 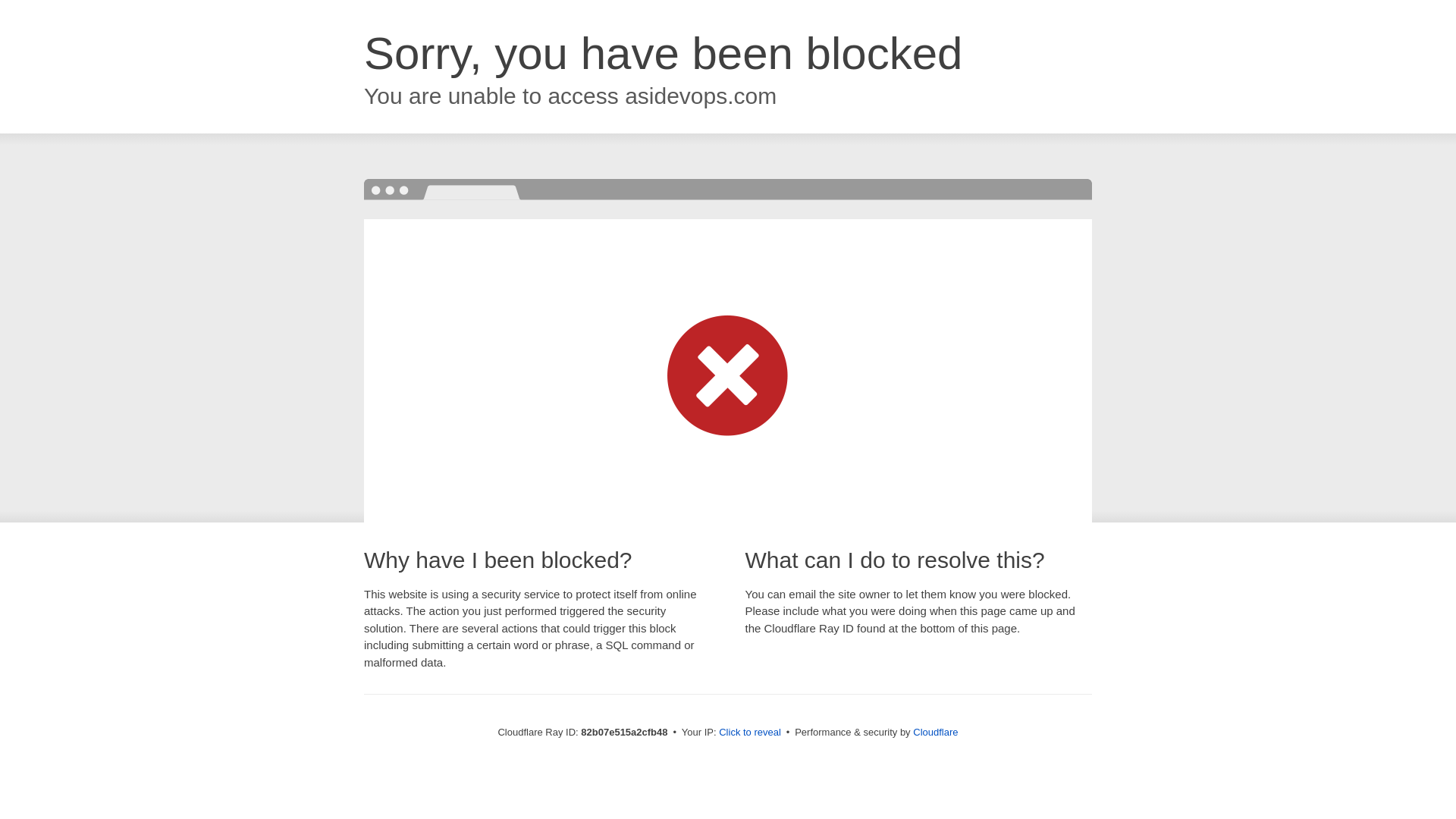 What do you see at coordinates (912, 731) in the screenshot?
I see `'Cloudflare'` at bounding box center [912, 731].